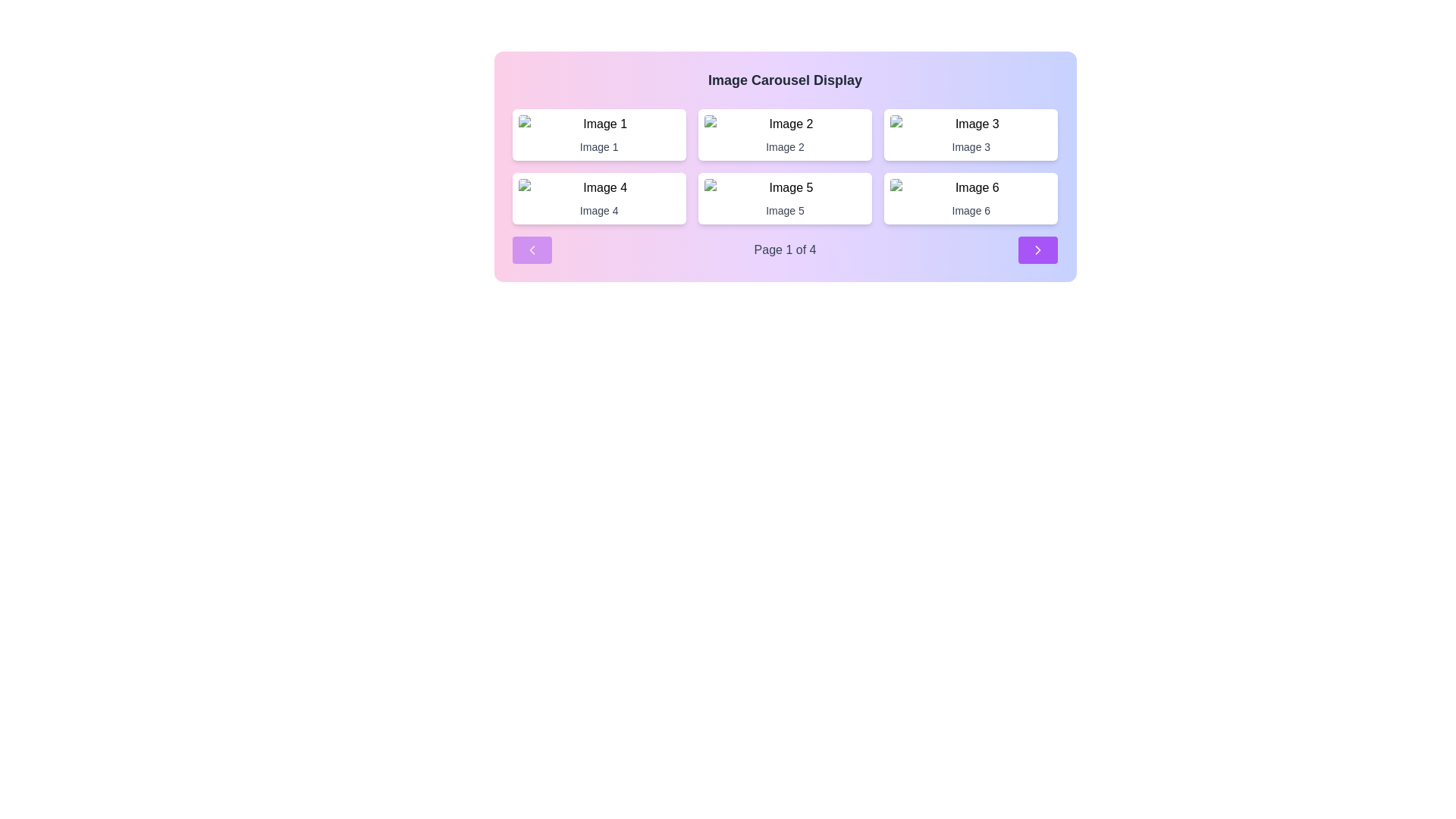 This screenshot has height=819, width=1456. I want to click on on the card displaying the title 'Image 2' in the second column of the first row of the image carousel, so click(785, 133).